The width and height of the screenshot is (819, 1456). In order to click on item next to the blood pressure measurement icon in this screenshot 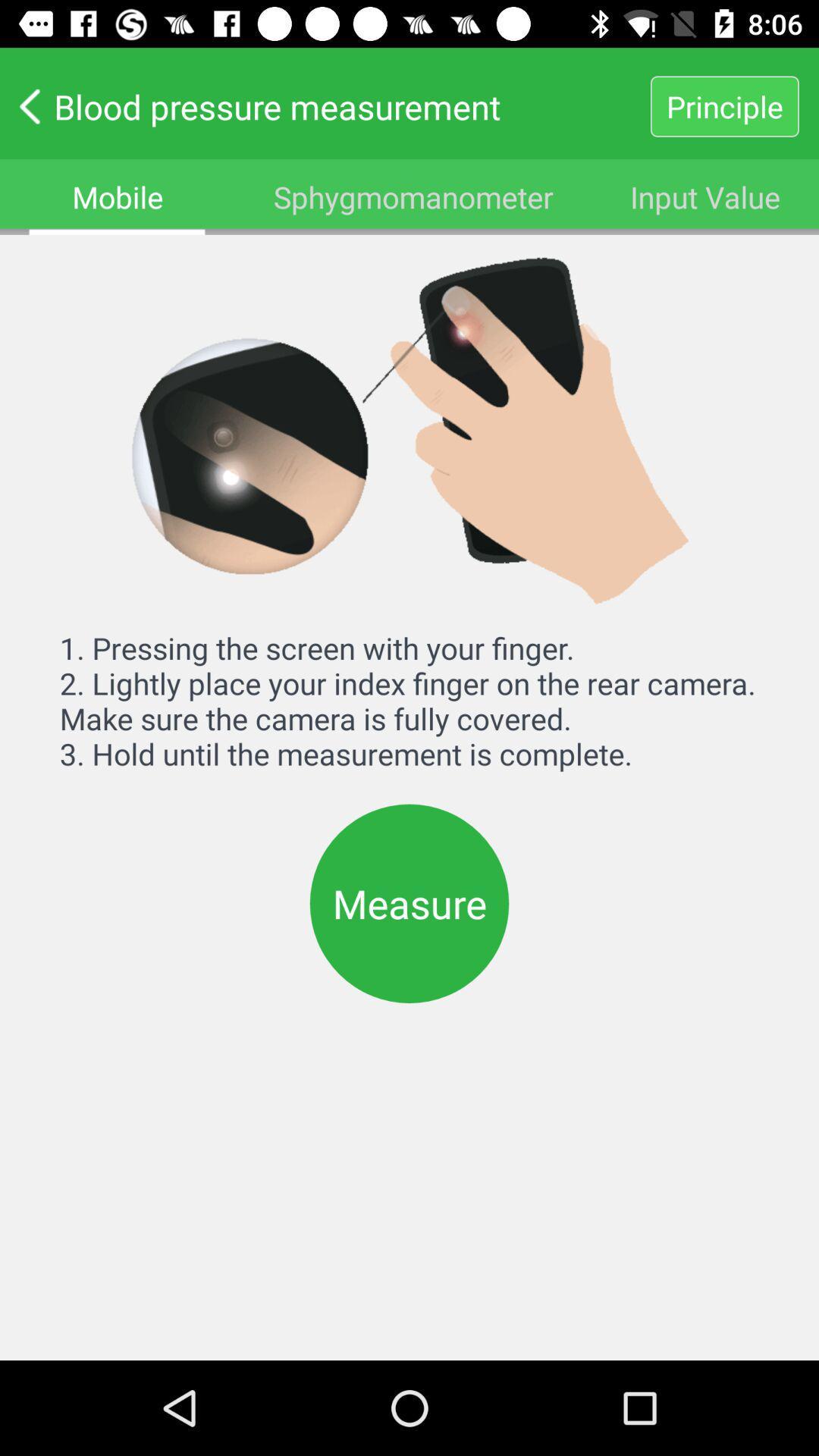, I will do `click(723, 105)`.